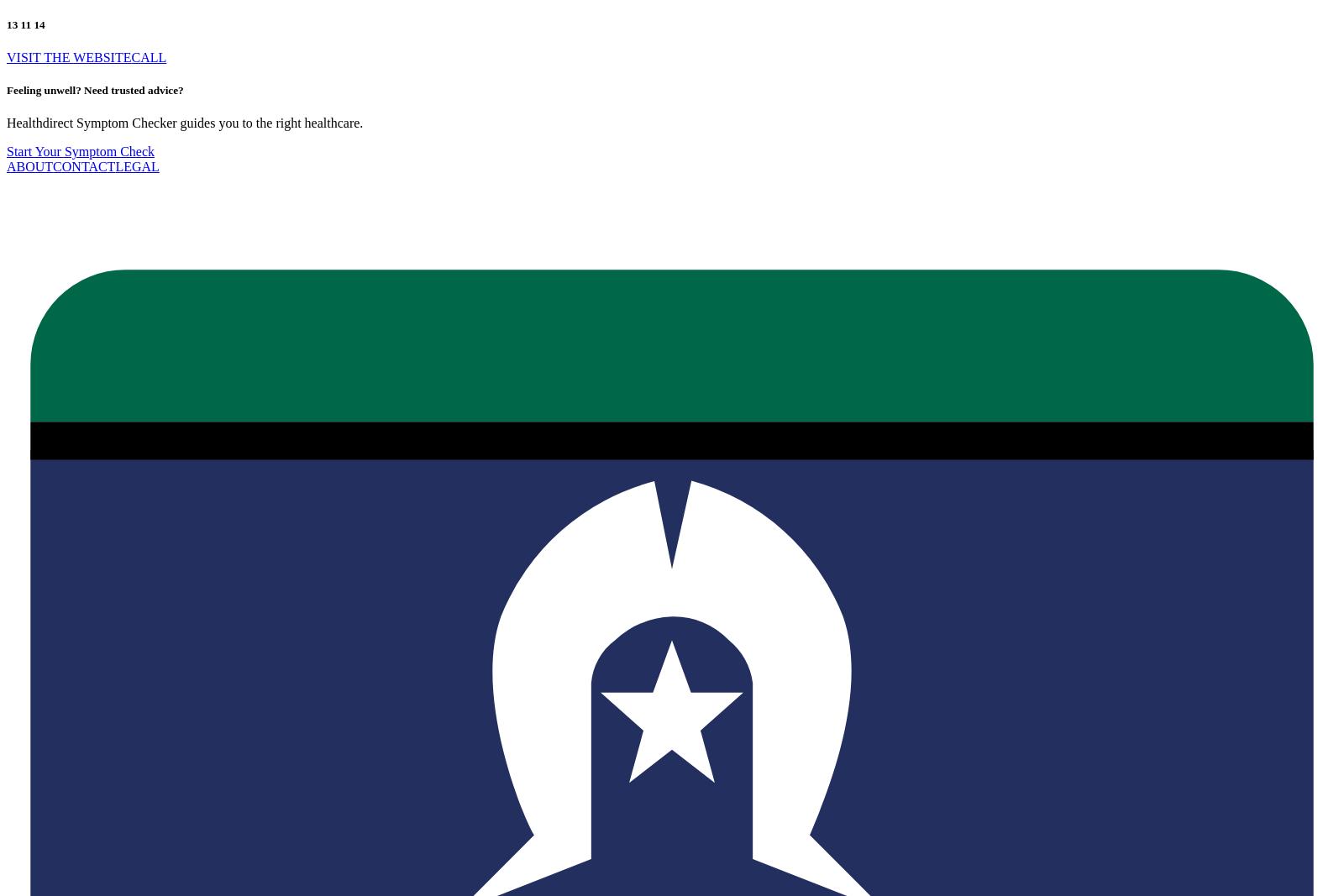 The height and width of the screenshot is (896, 1344). Describe the element at coordinates (6, 55) in the screenshot. I see `'VISIT THE'` at that location.